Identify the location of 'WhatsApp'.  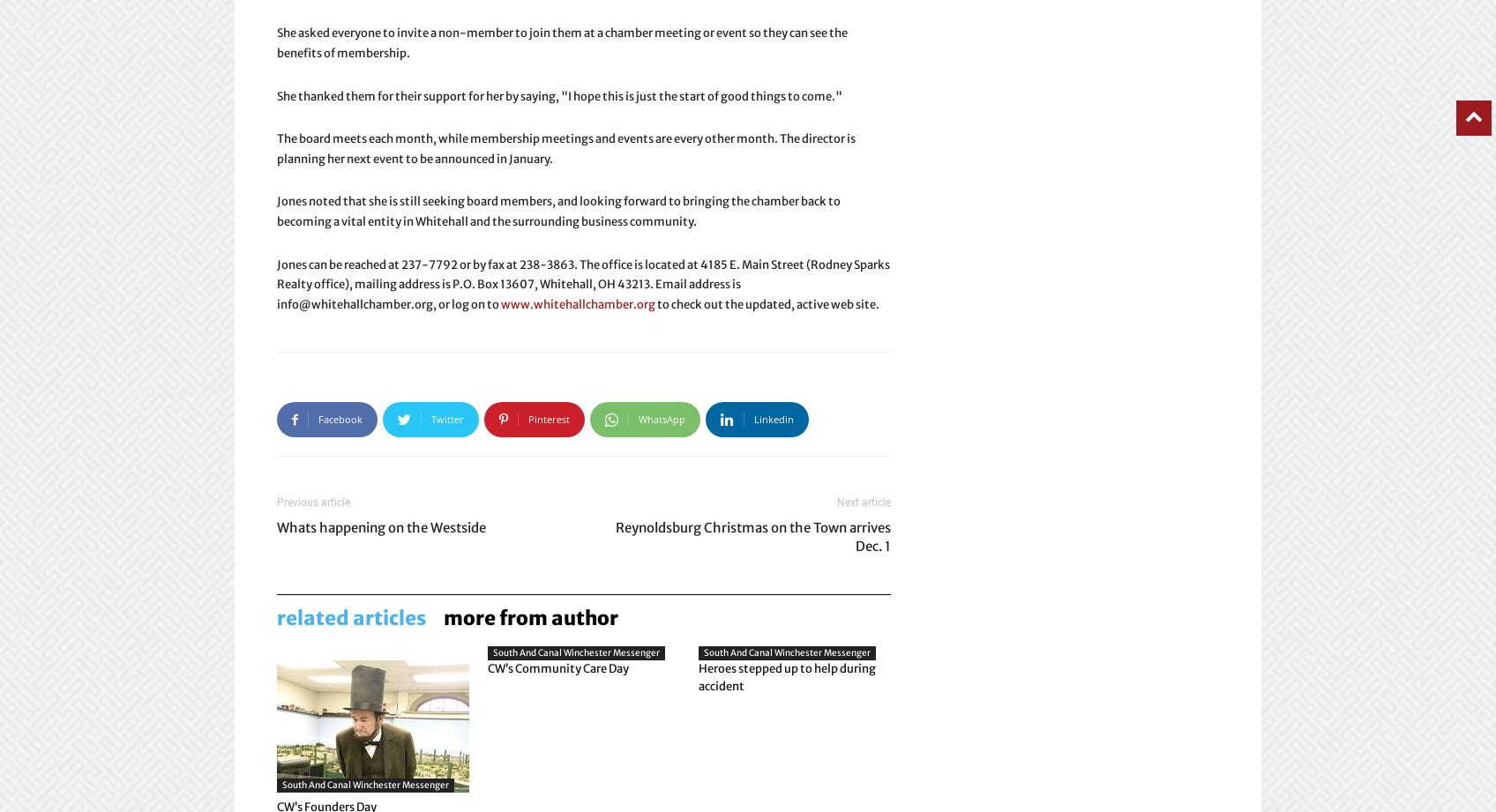
(662, 418).